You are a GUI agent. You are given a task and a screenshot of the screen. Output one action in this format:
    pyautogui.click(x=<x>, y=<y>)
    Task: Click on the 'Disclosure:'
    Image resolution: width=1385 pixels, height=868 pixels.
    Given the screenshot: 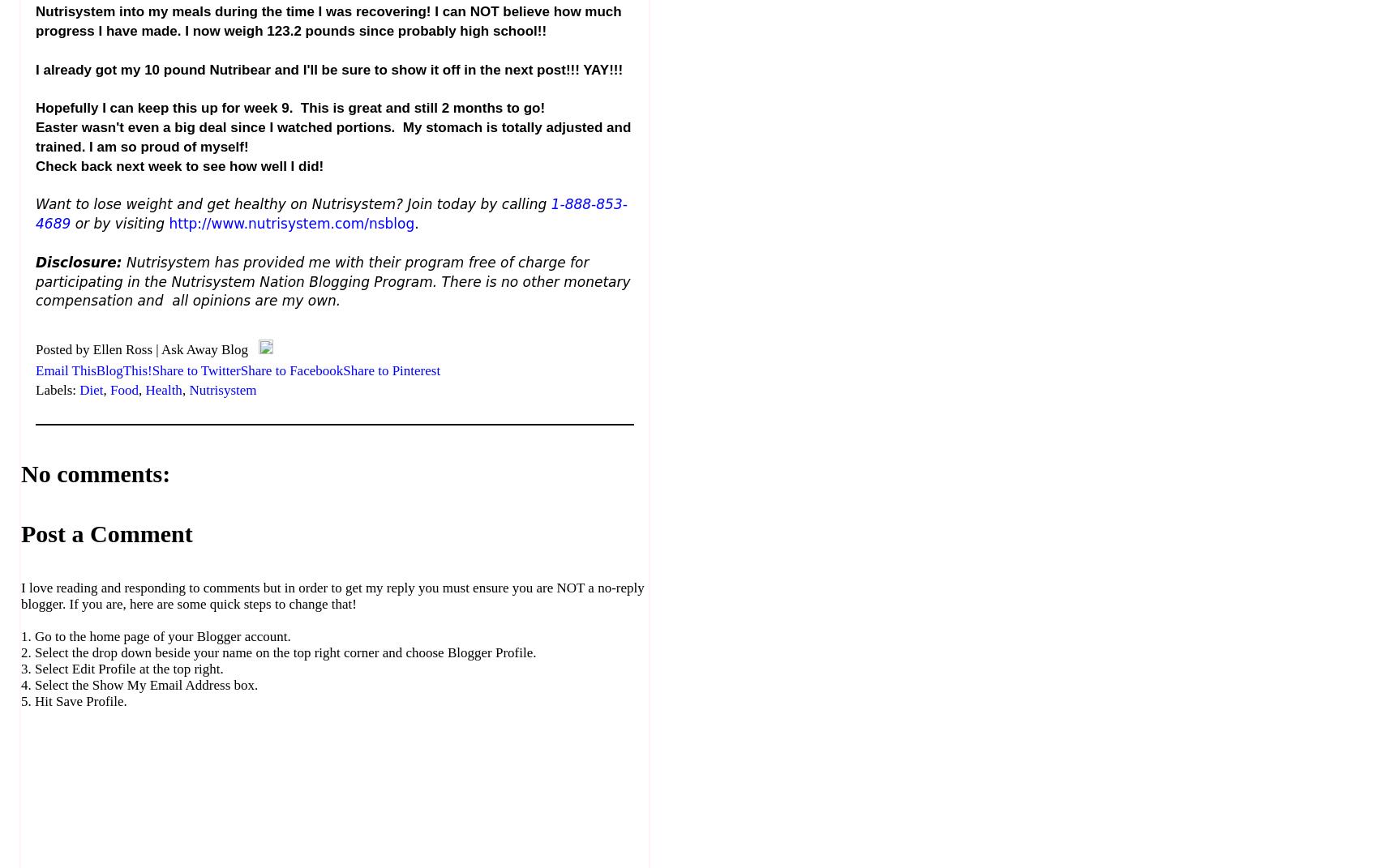 What is the action you would take?
    pyautogui.click(x=79, y=261)
    